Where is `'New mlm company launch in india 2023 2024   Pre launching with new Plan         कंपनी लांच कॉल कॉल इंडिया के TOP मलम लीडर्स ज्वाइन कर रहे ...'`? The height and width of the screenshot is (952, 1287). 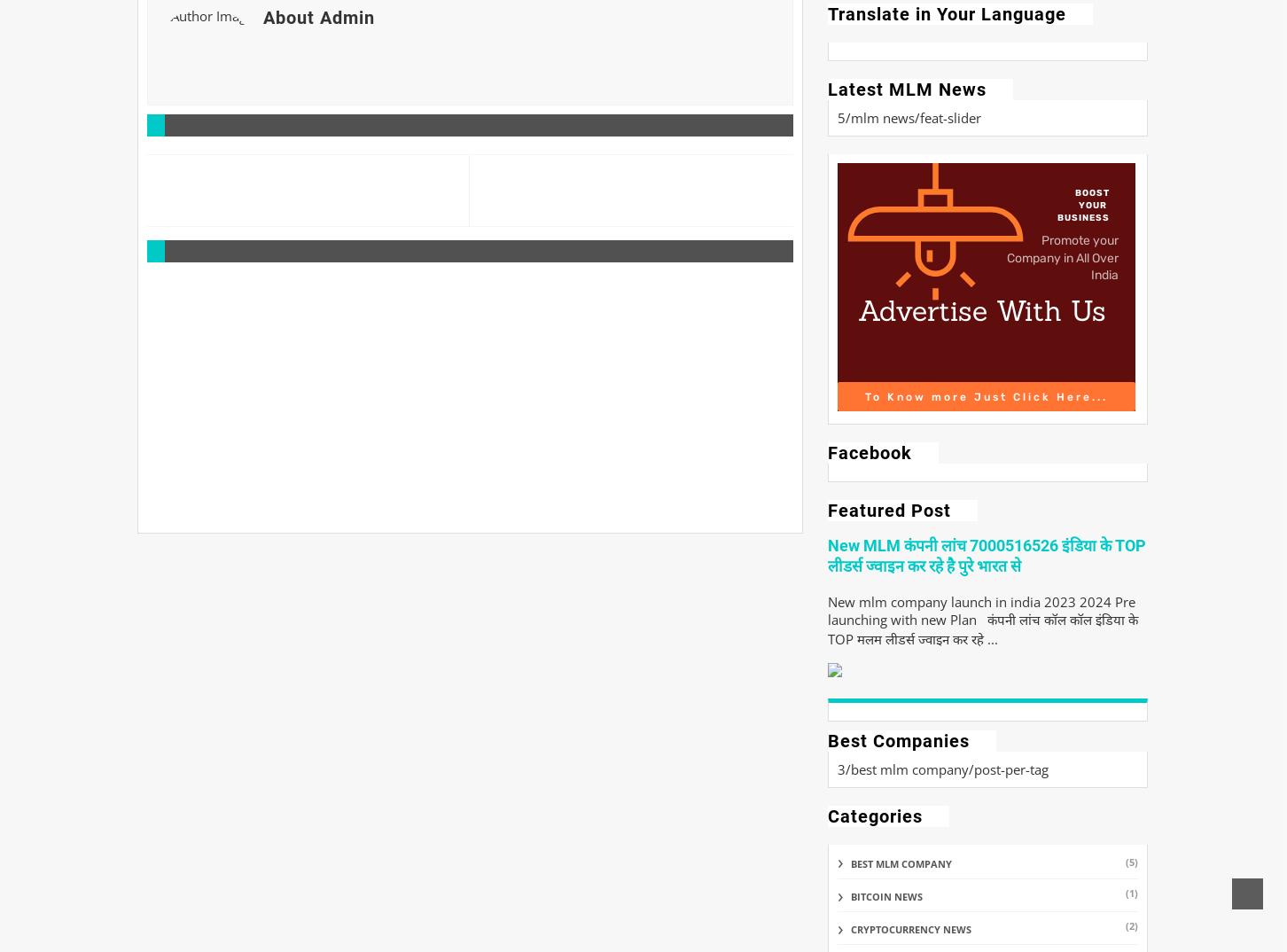
'New mlm company launch in india 2023 2024   Pre launching with new Plan         कंपनी लांच कॉल कॉल इंडिया के TOP मलम लीडर्स ज्वाइन कर रहे ...' is located at coordinates (827, 620).